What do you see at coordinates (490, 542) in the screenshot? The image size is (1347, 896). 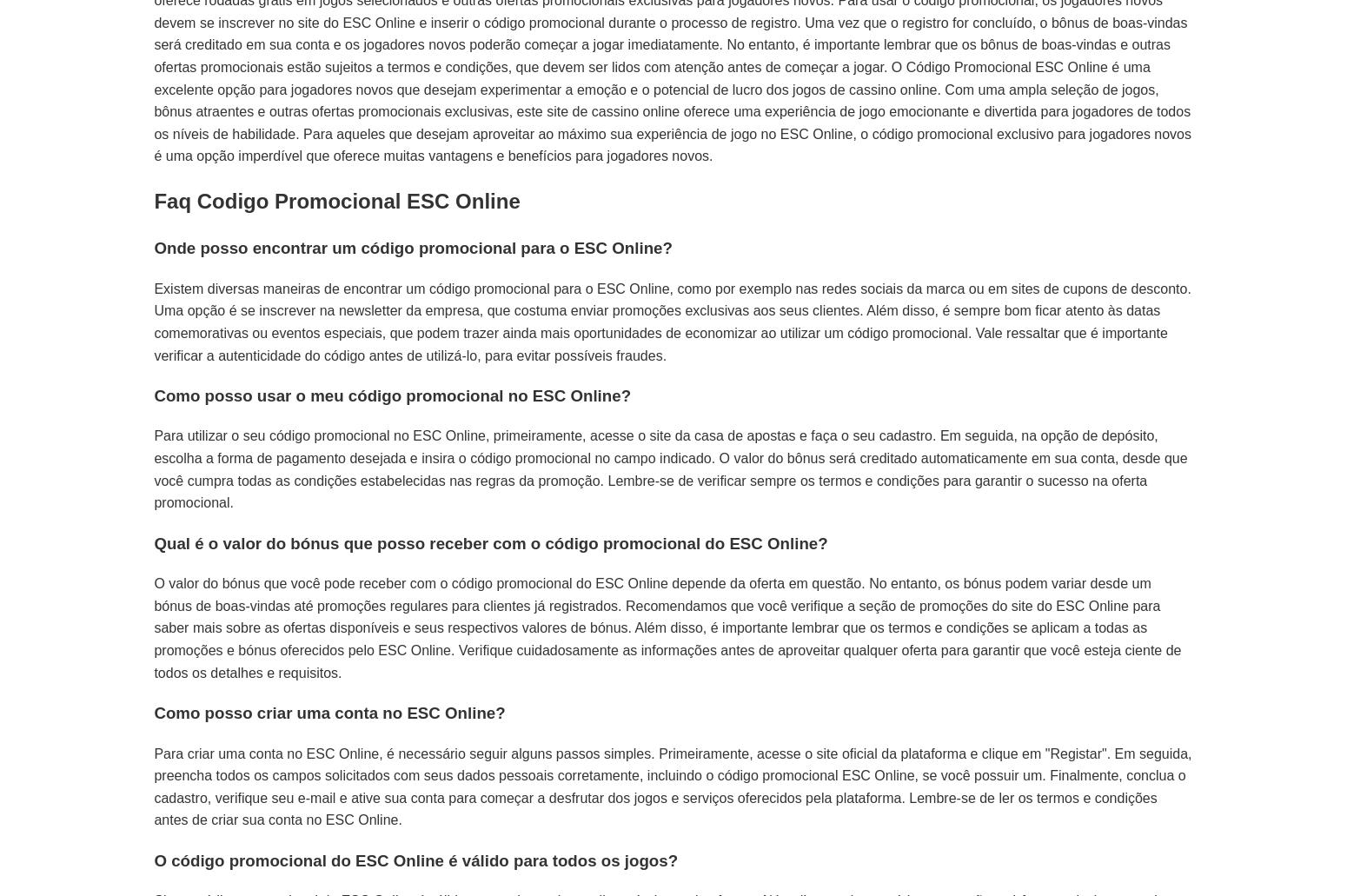 I see `'Qual é o valor do bónus que posso receber com o código promocional do ESC Online?'` at bounding box center [490, 542].